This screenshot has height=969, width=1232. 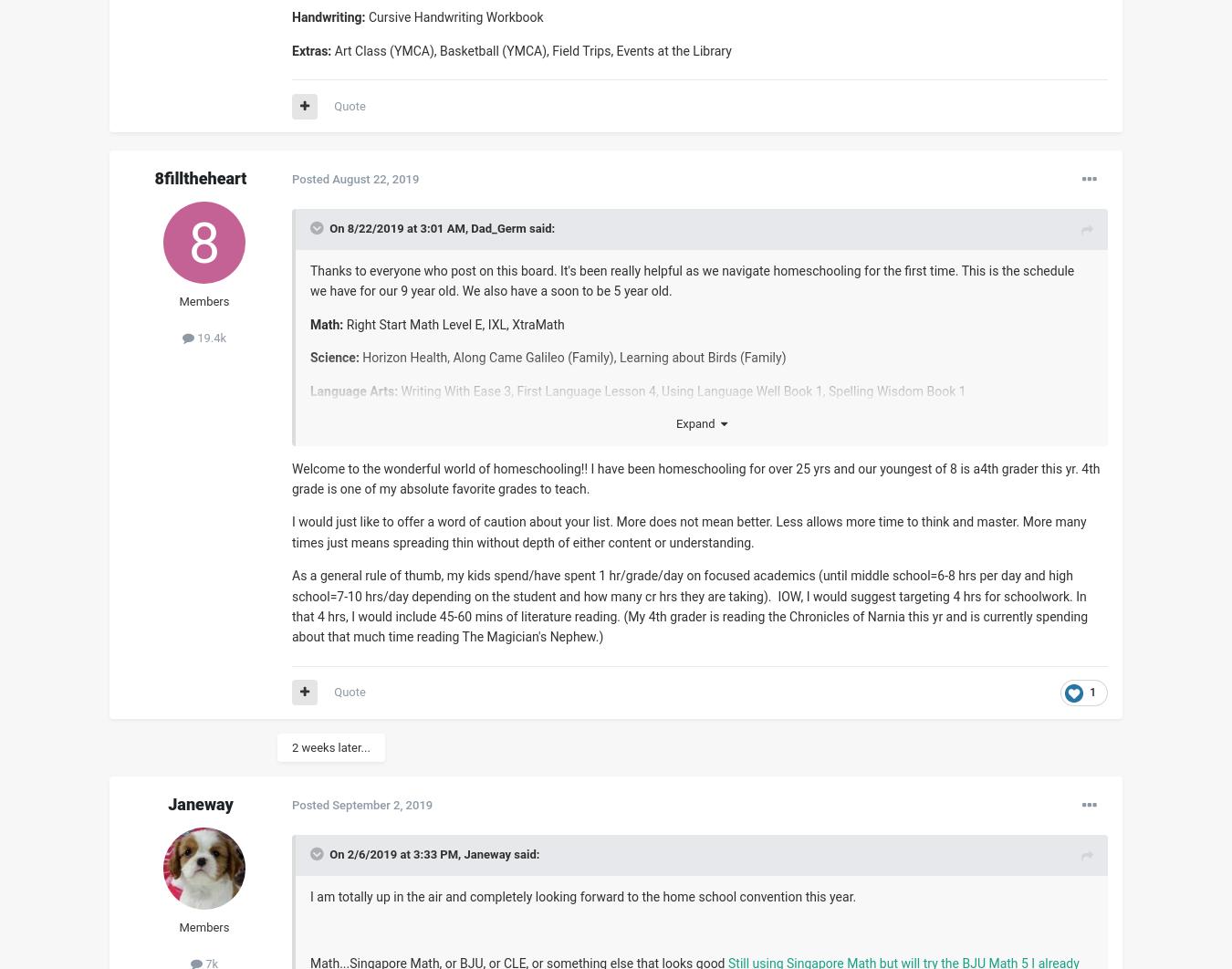 I want to click on 'Reading:', so click(x=335, y=422).